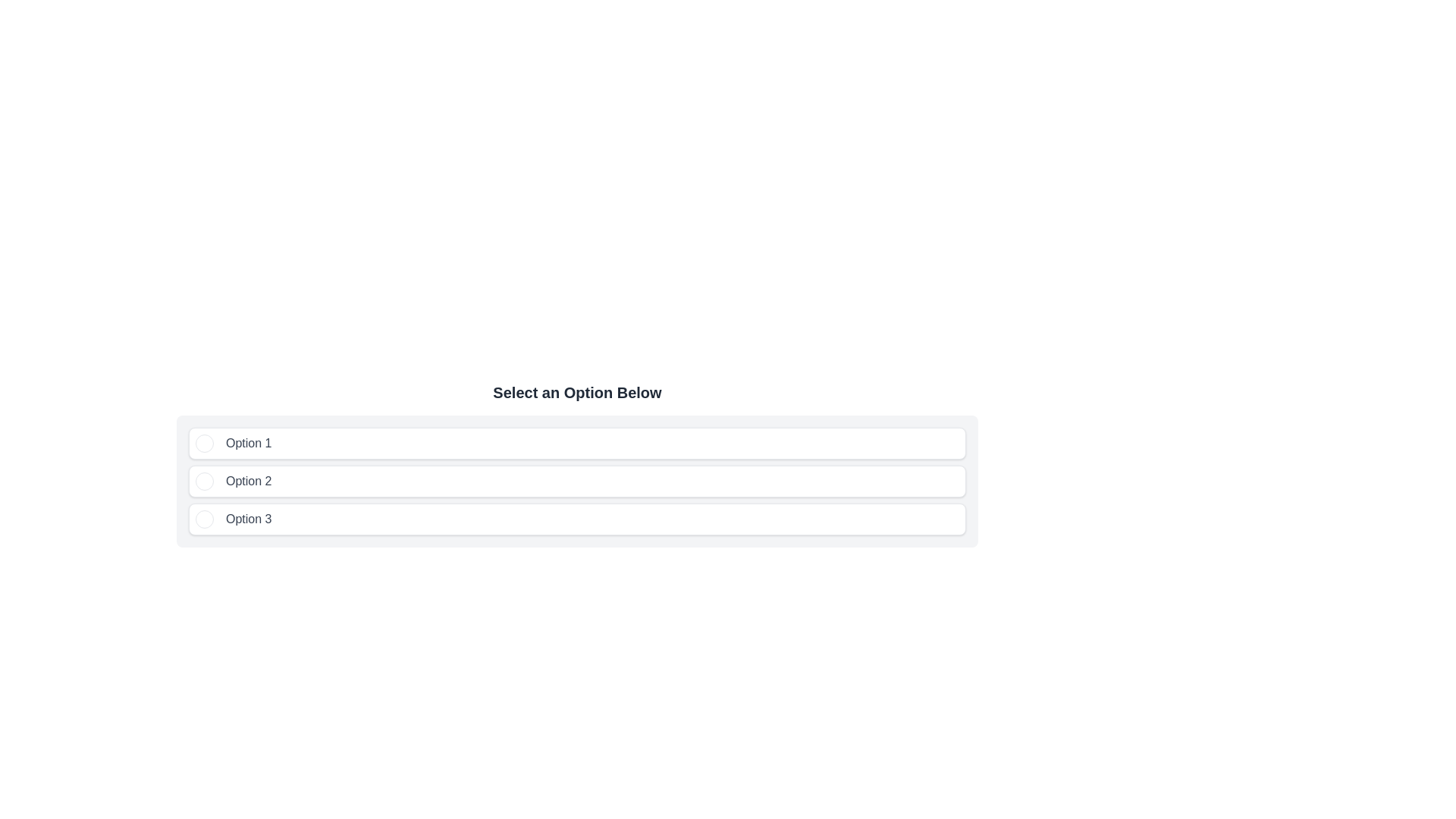 The height and width of the screenshot is (819, 1456). I want to click on the Text label displaying 'Option 2', so click(249, 482).